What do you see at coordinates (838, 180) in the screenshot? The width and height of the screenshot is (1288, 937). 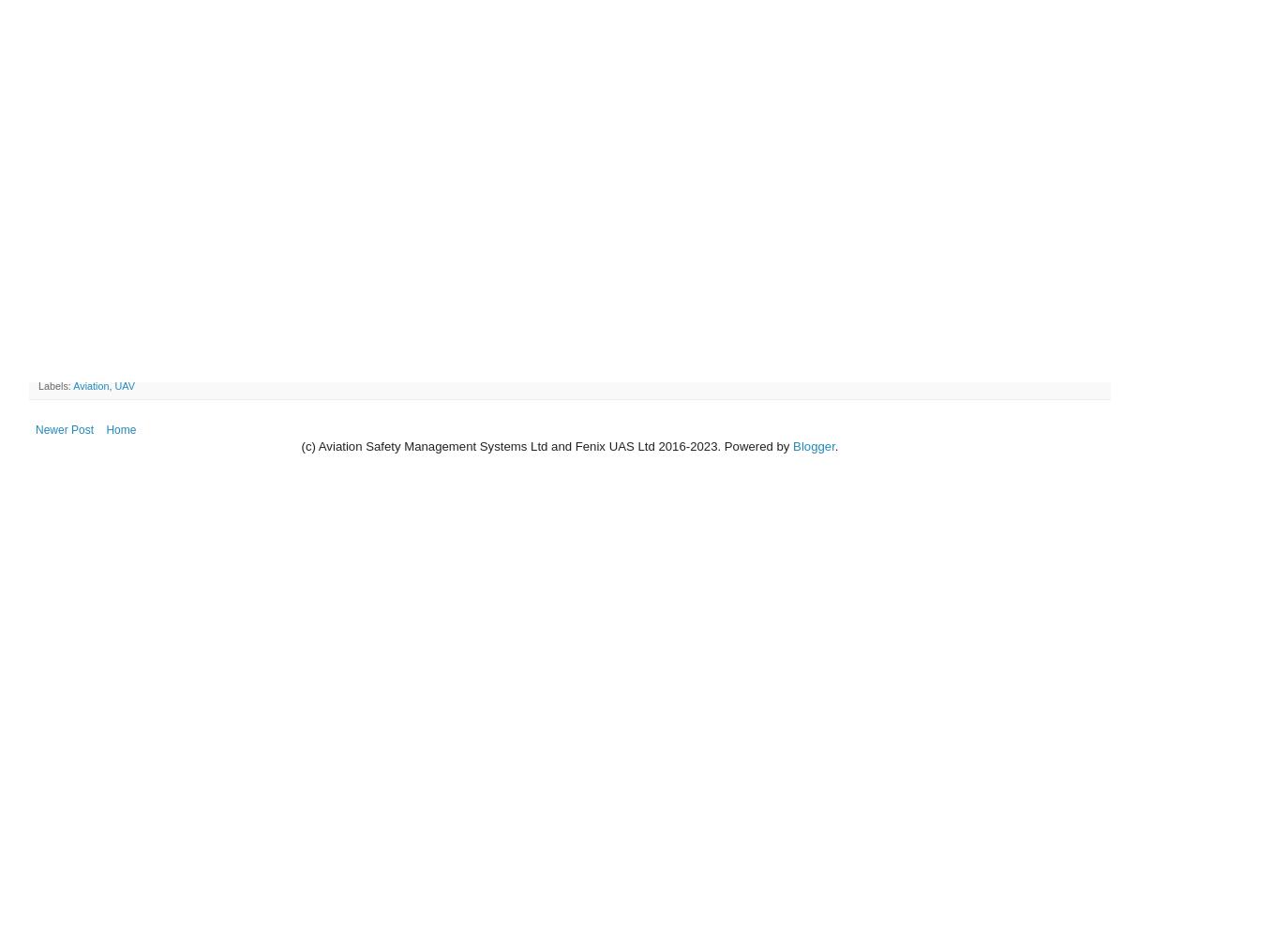 I see `'About'` at bounding box center [838, 180].